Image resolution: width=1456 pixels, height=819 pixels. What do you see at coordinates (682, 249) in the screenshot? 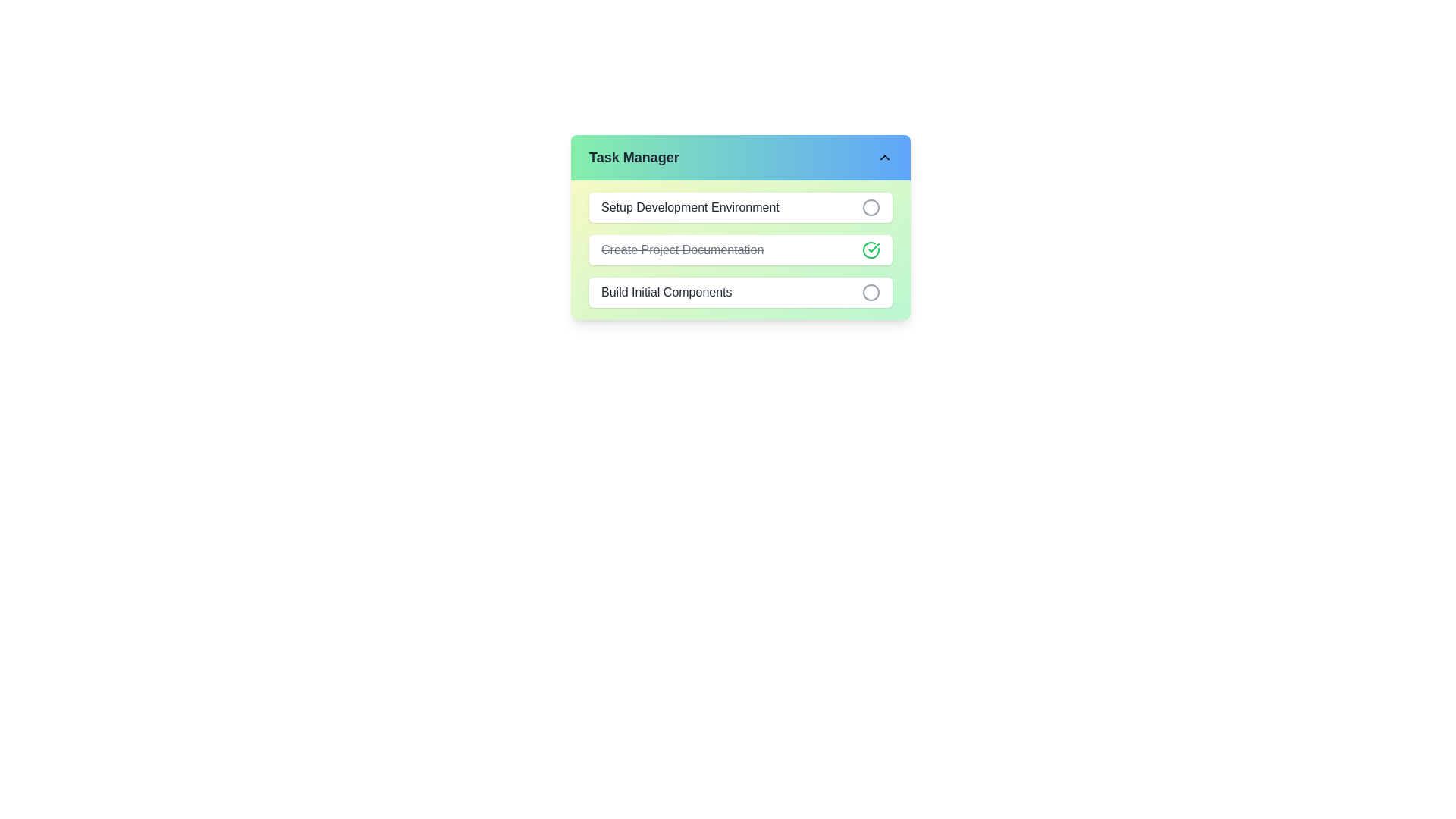
I see `the task name Create Project Documentation to focus or select its text` at bounding box center [682, 249].